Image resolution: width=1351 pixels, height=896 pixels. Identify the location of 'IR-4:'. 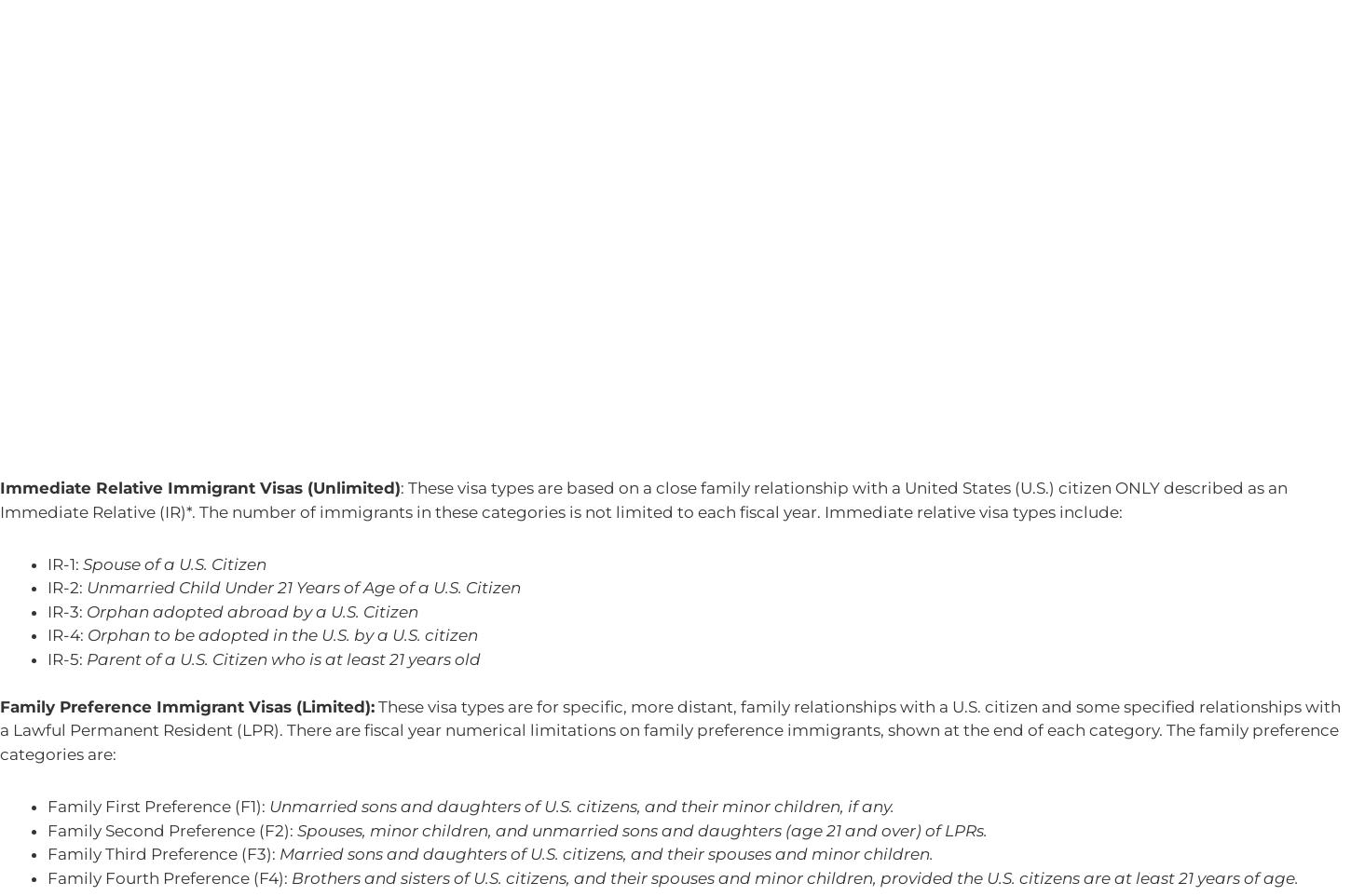
(65, 633).